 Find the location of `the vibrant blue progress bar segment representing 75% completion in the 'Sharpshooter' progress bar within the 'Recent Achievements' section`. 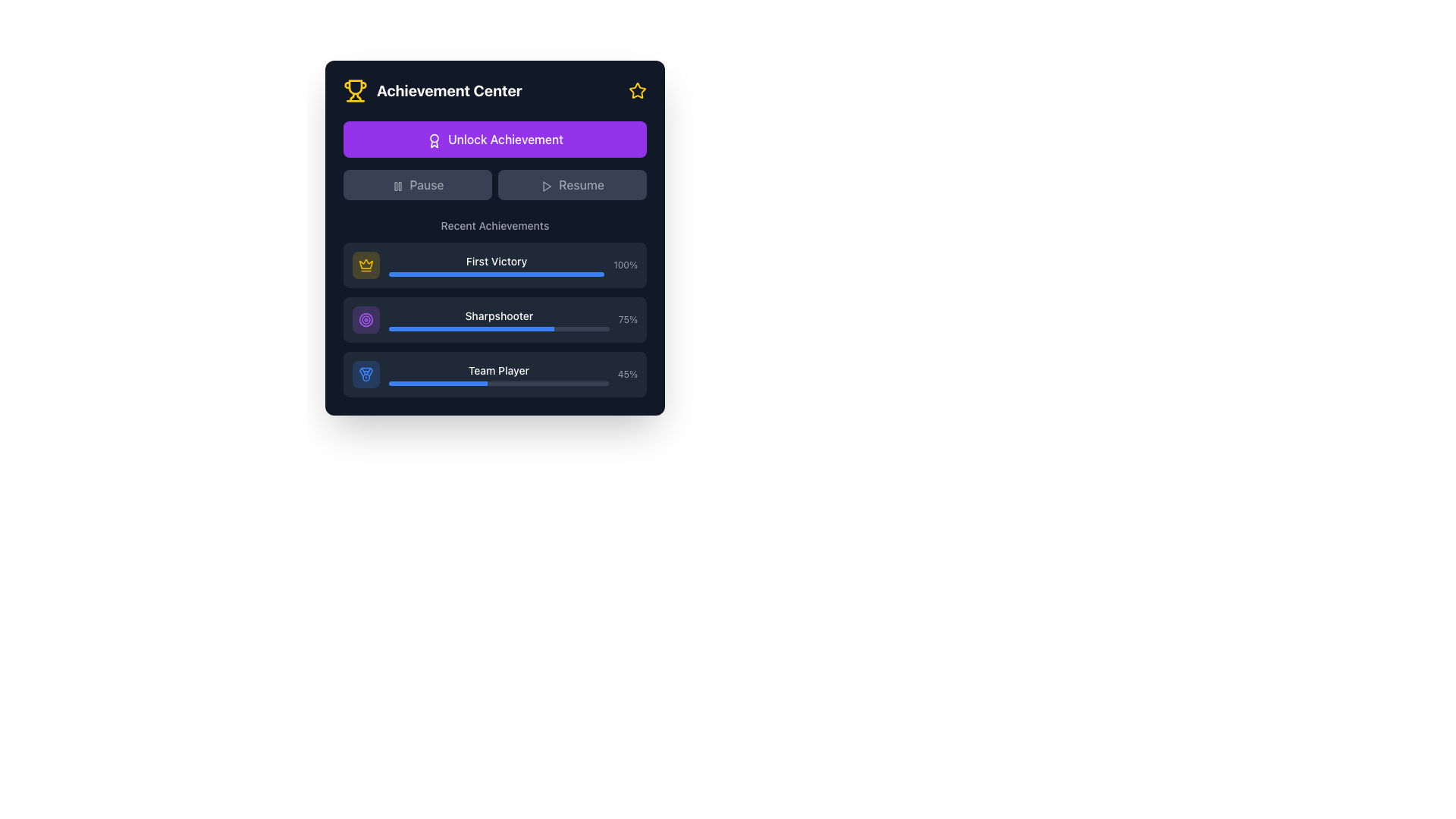

the vibrant blue progress bar segment representing 75% completion in the 'Sharpshooter' progress bar within the 'Recent Achievements' section is located at coordinates (471, 328).